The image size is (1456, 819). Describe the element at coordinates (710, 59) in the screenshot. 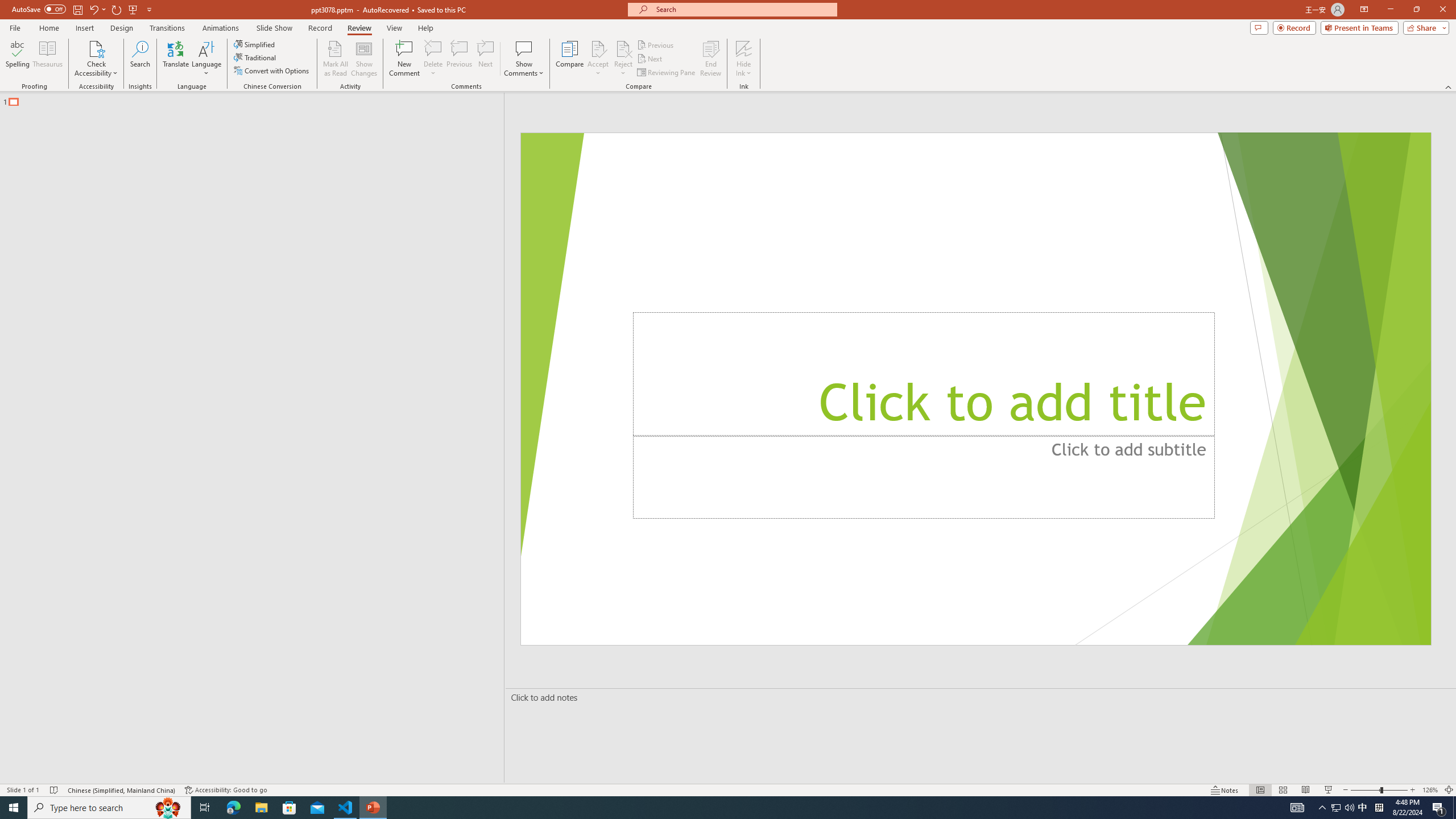

I see `'End Review'` at that location.